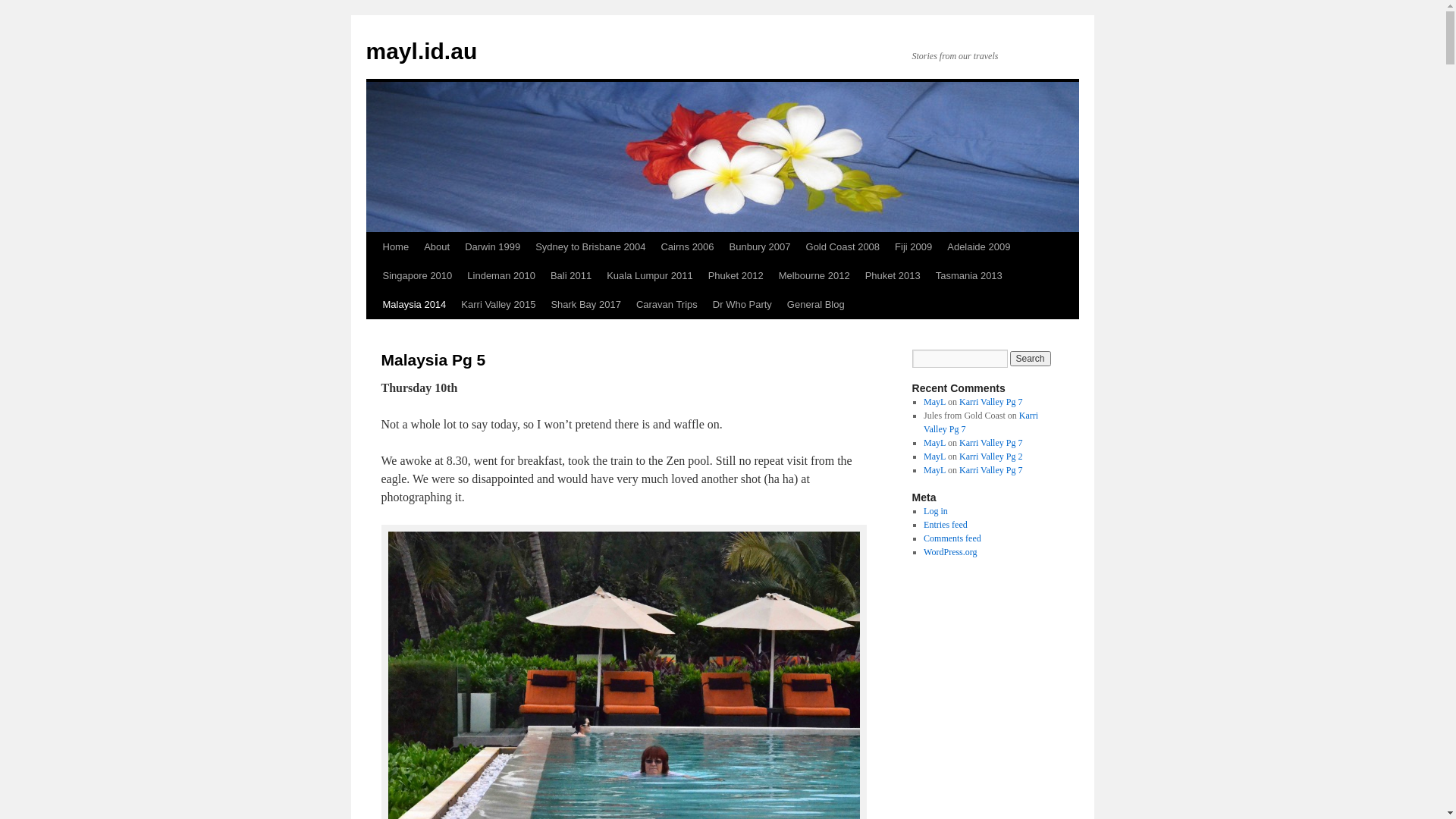  I want to click on 'Karri Valley 2015', so click(498, 304).